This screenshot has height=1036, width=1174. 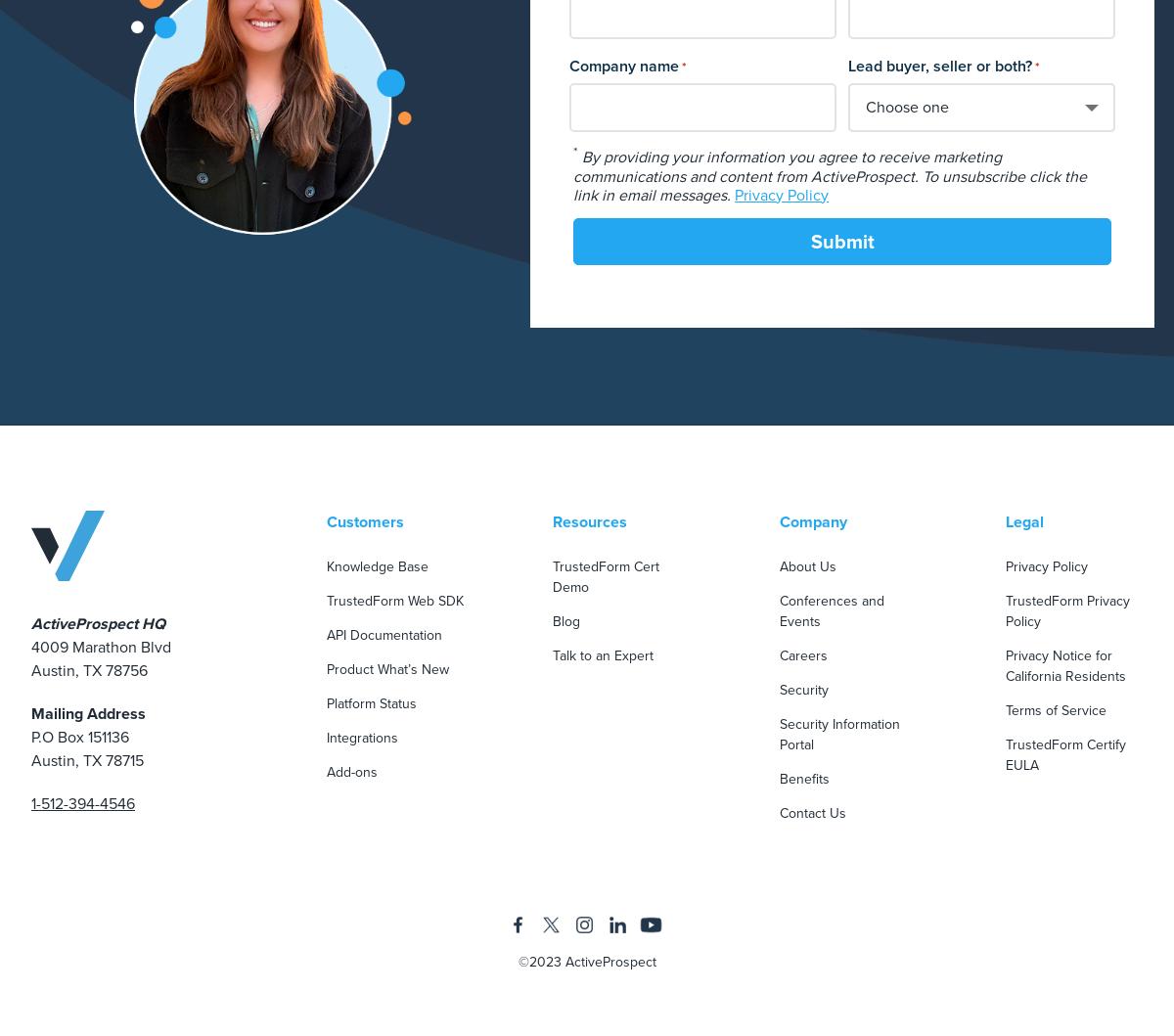 What do you see at coordinates (906, 105) in the screenshot?
I see `'Choose one'` at bounding box center [906, 105].